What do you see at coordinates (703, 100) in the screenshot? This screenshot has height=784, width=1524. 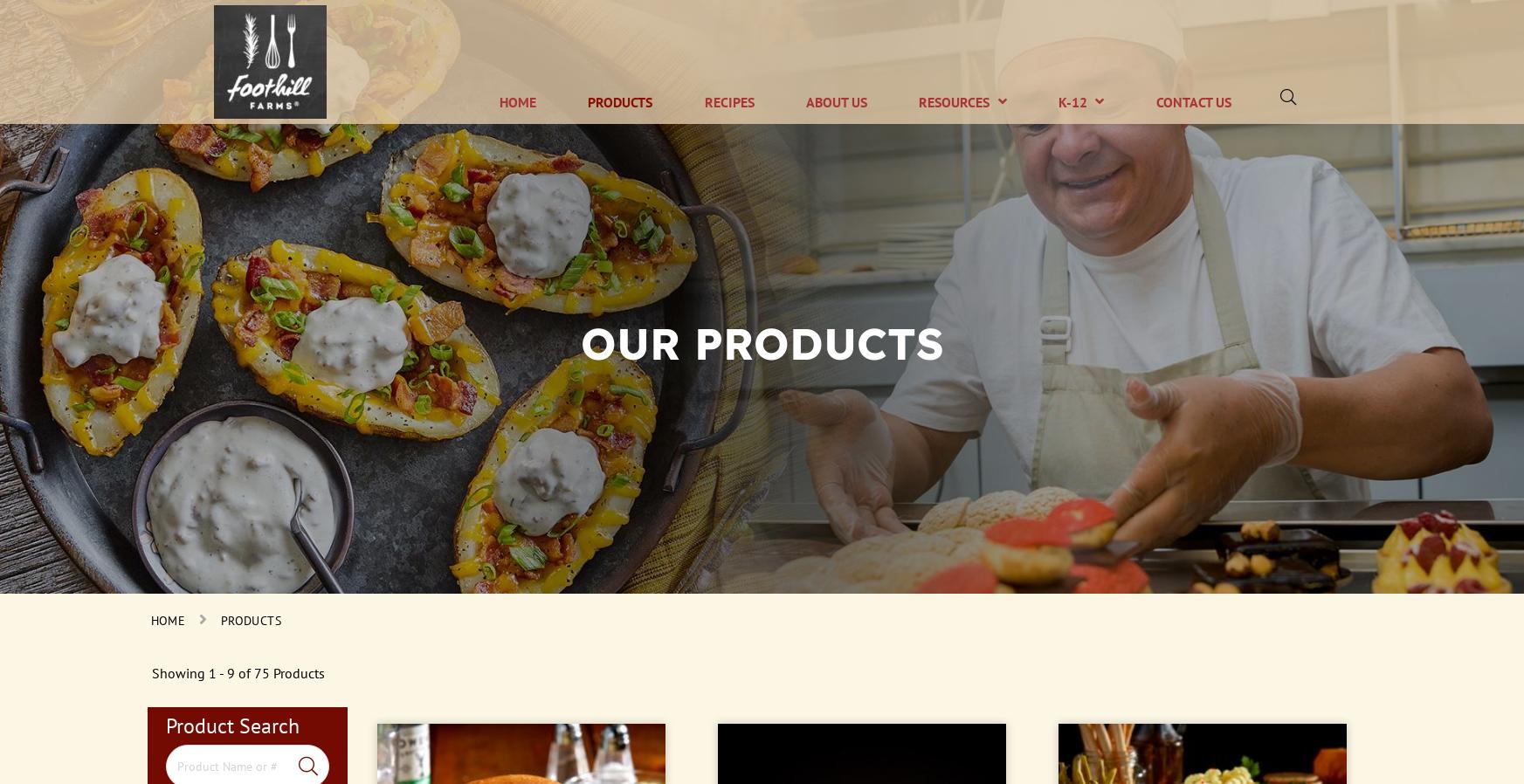 I see `'Recipes'` at bounding box center [703, 100].